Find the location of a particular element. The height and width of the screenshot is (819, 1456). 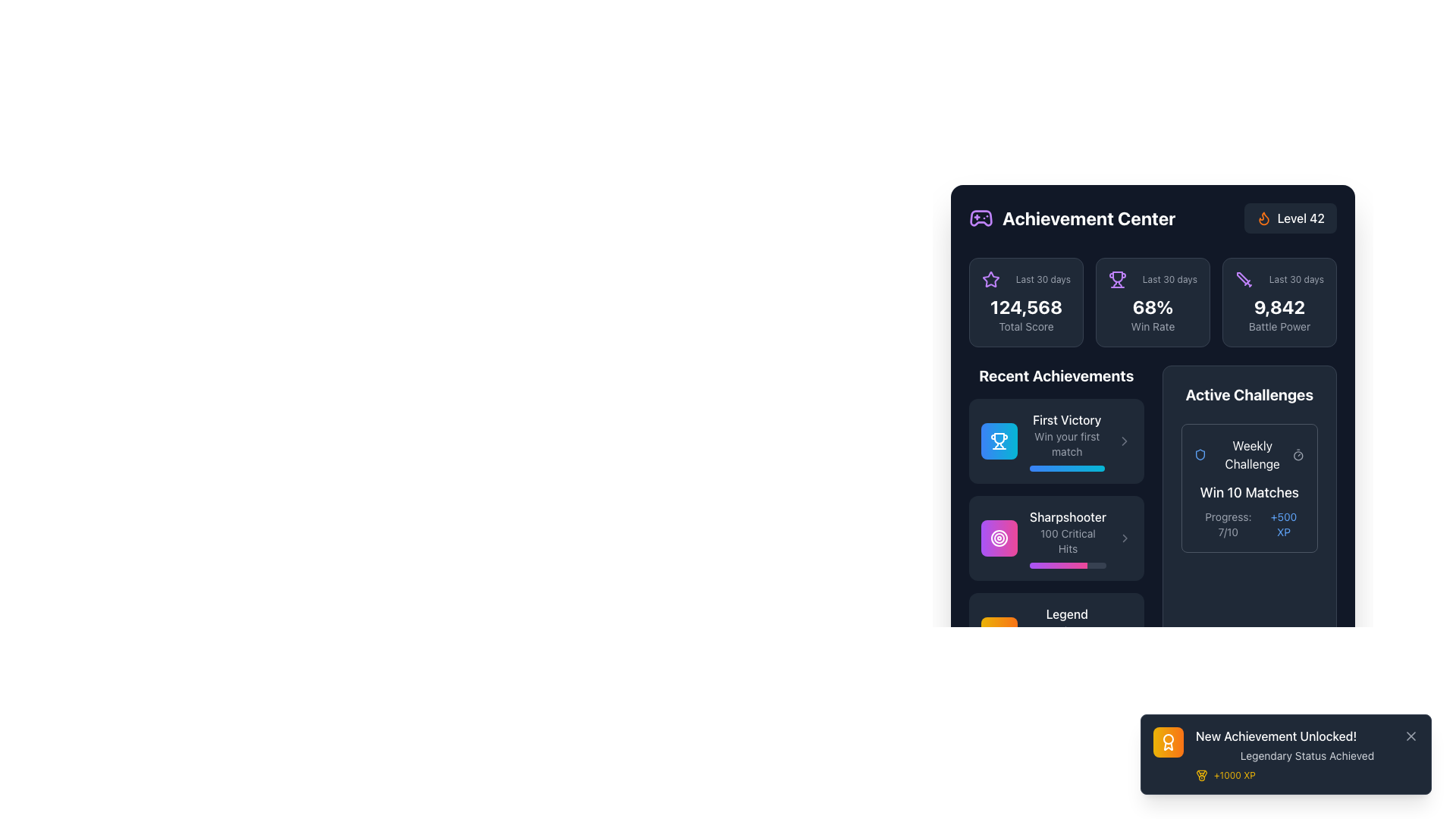

the Statistical display unit displaying the Total Score of '124,568' in the Achievement Center section is located at coordinates (1026, 314).